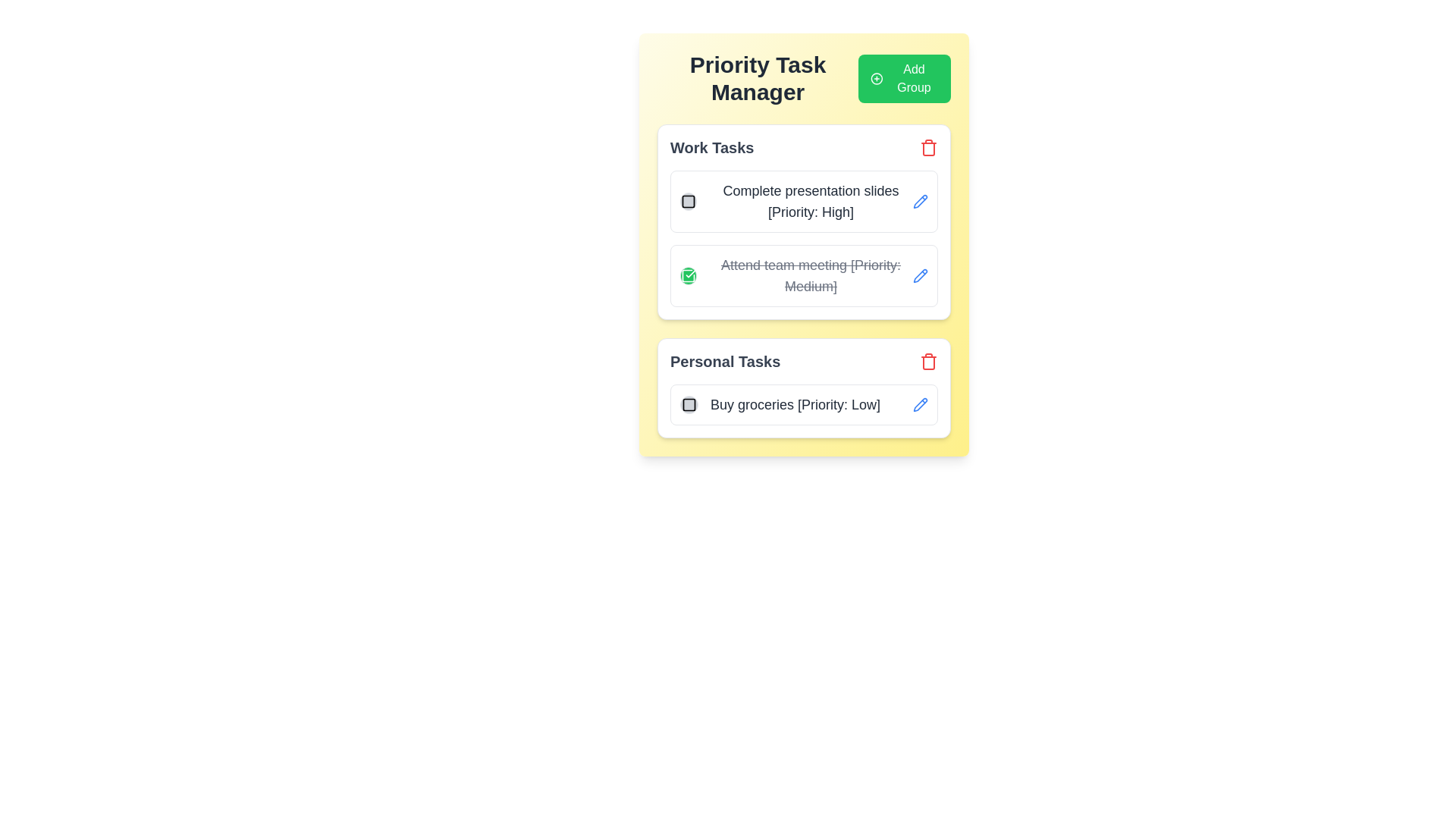 This screenshot has width=1456, height=819. Describe the element at coordinates (920, 275) in the screenshot. I see `the Icon button located in the 'Work Tasks' and 'Personal Tasks' section to initiate an edit action for the associated task item` at that location.